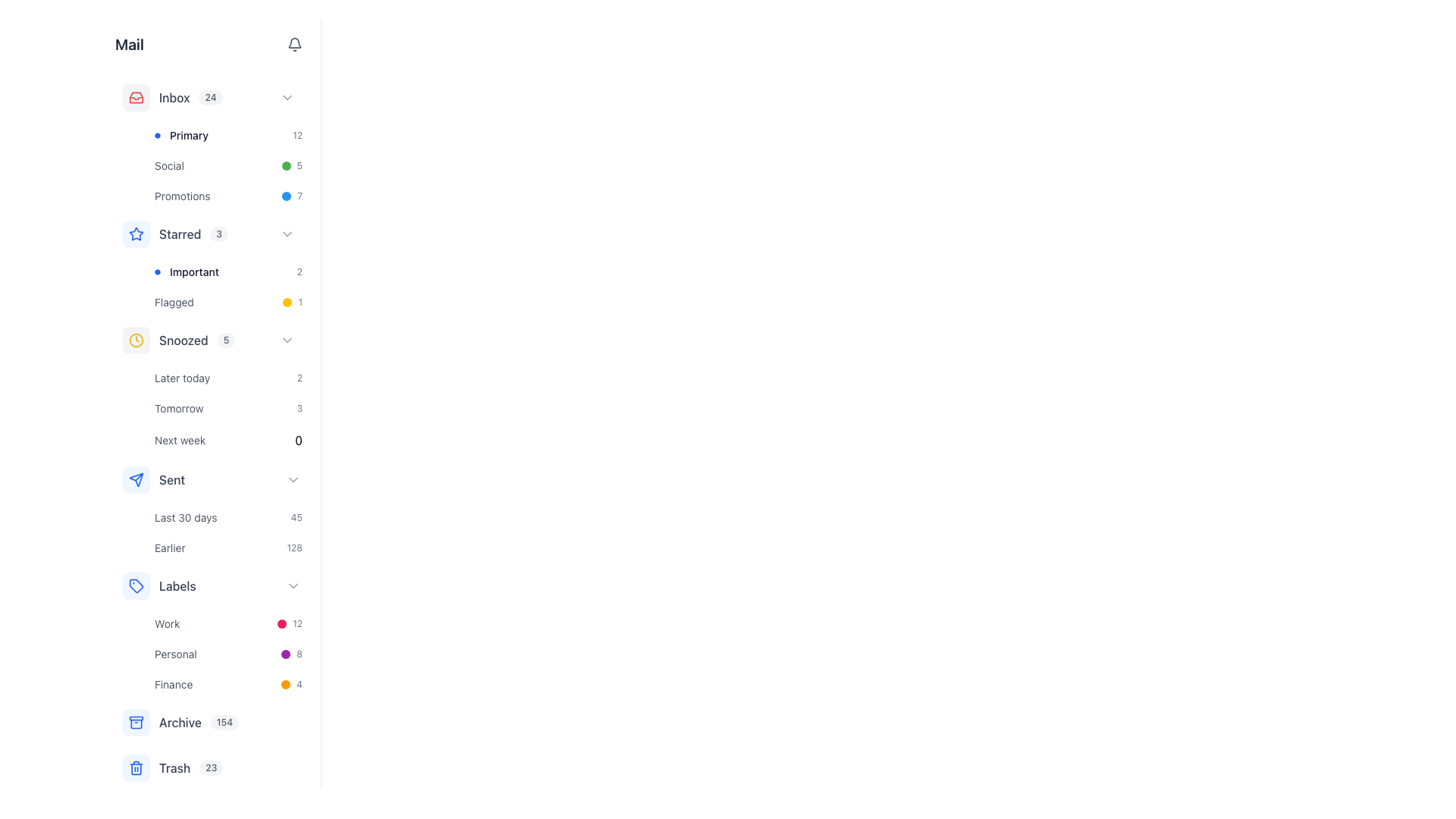  Describe the element at coordinates (294, 43) in the screenshot. I see `the notification icon button located at the top-right corner of the interface to trigger the hover effect` at that location.